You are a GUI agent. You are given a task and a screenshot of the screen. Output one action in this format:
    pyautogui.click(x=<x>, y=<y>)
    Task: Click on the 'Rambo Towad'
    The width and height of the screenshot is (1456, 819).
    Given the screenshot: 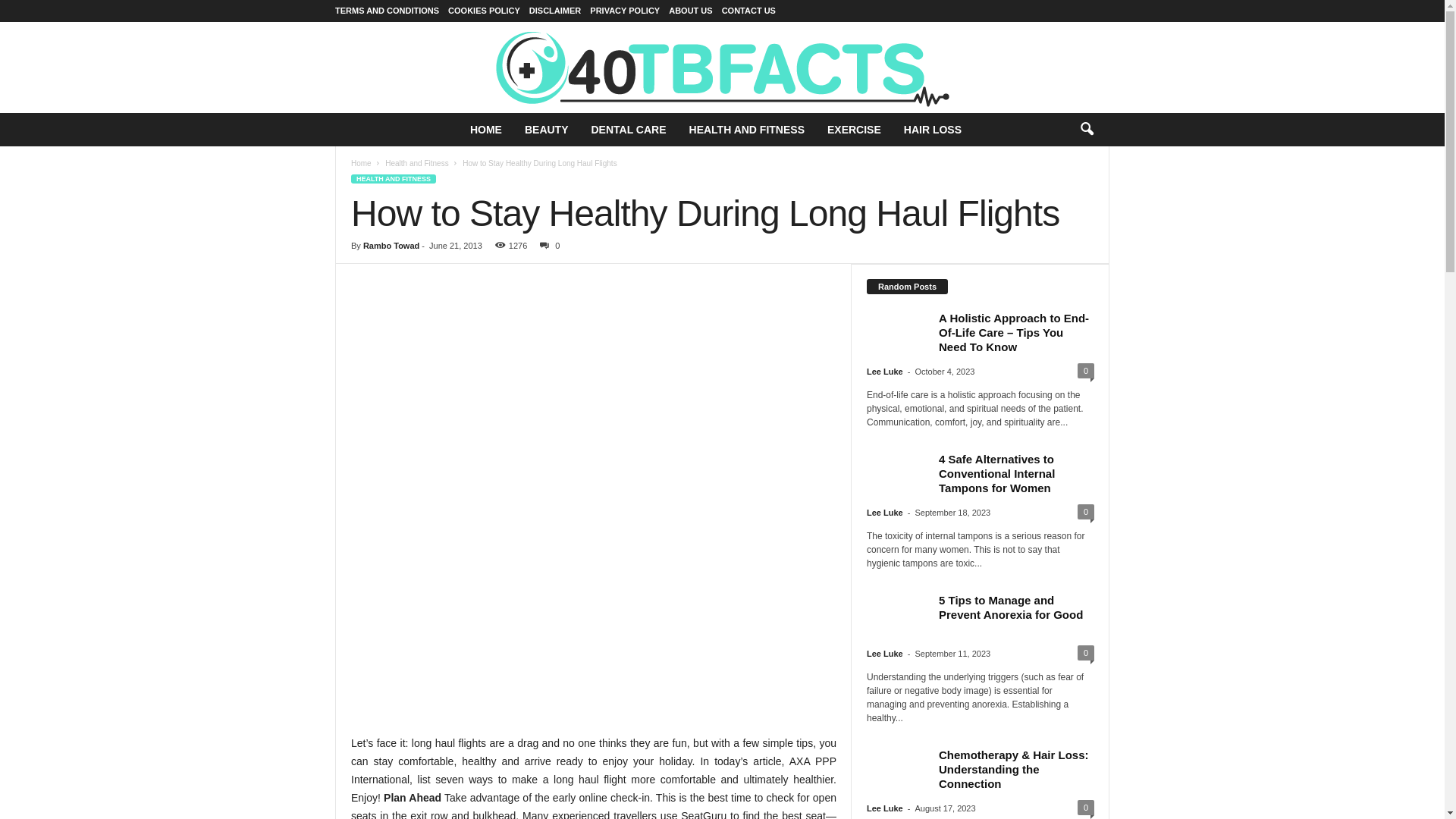 What is the action you would take?
    pyautogui.click(x=391, y=245)
    